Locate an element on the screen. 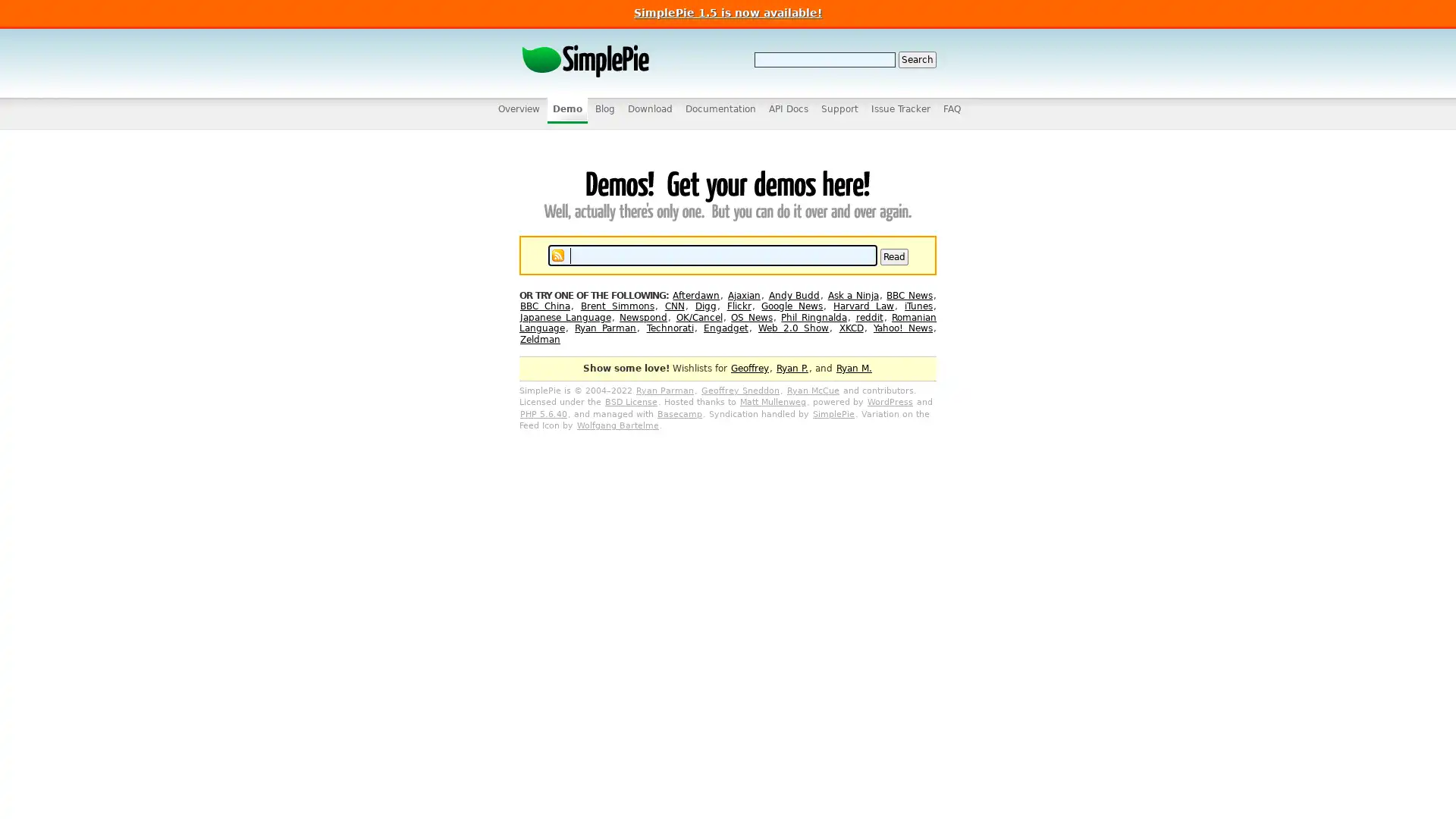  Read is located at coordinates (893, 256).